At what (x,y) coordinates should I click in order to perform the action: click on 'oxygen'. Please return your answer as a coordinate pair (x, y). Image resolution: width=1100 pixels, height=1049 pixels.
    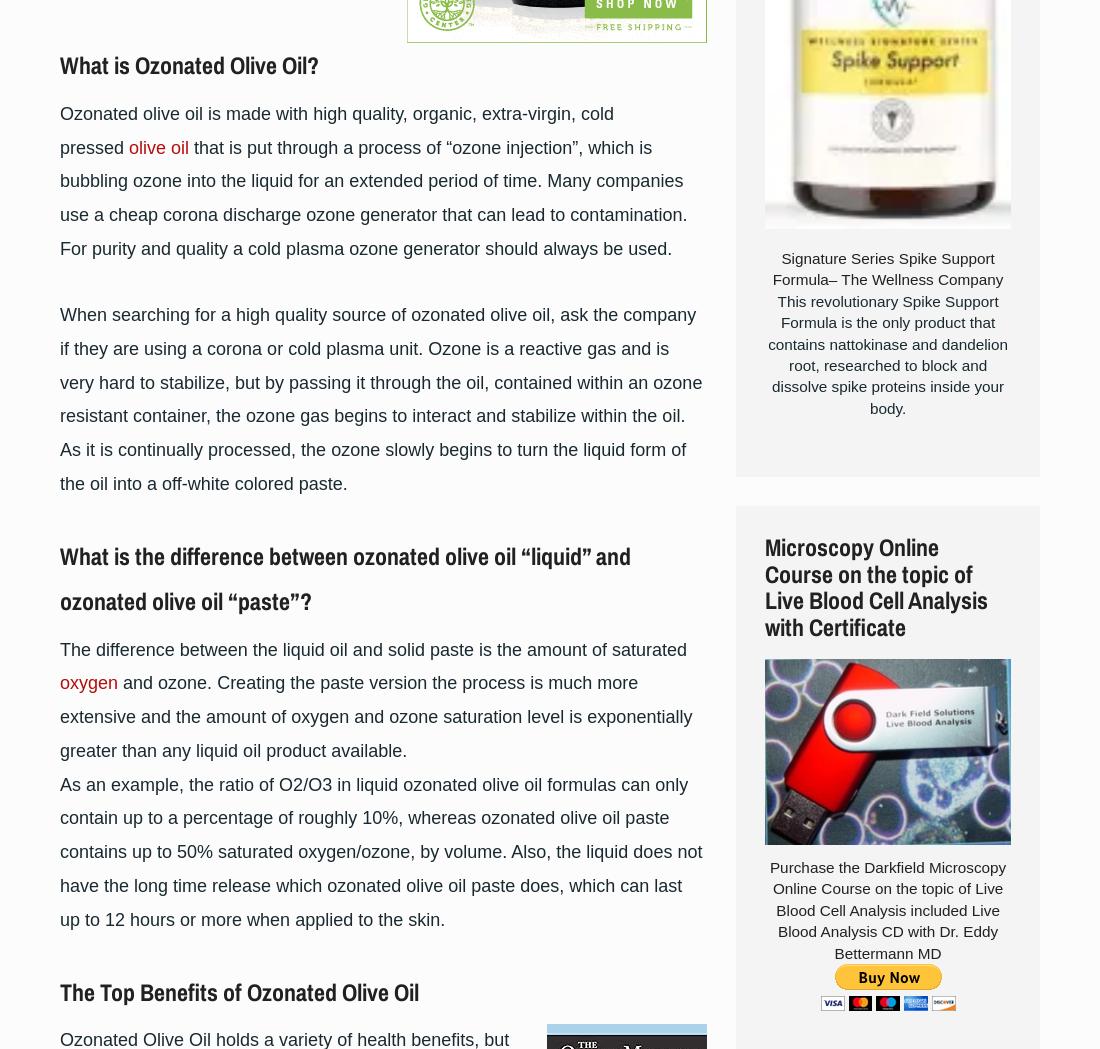
    Looking at the image, I should click on (58, 682).